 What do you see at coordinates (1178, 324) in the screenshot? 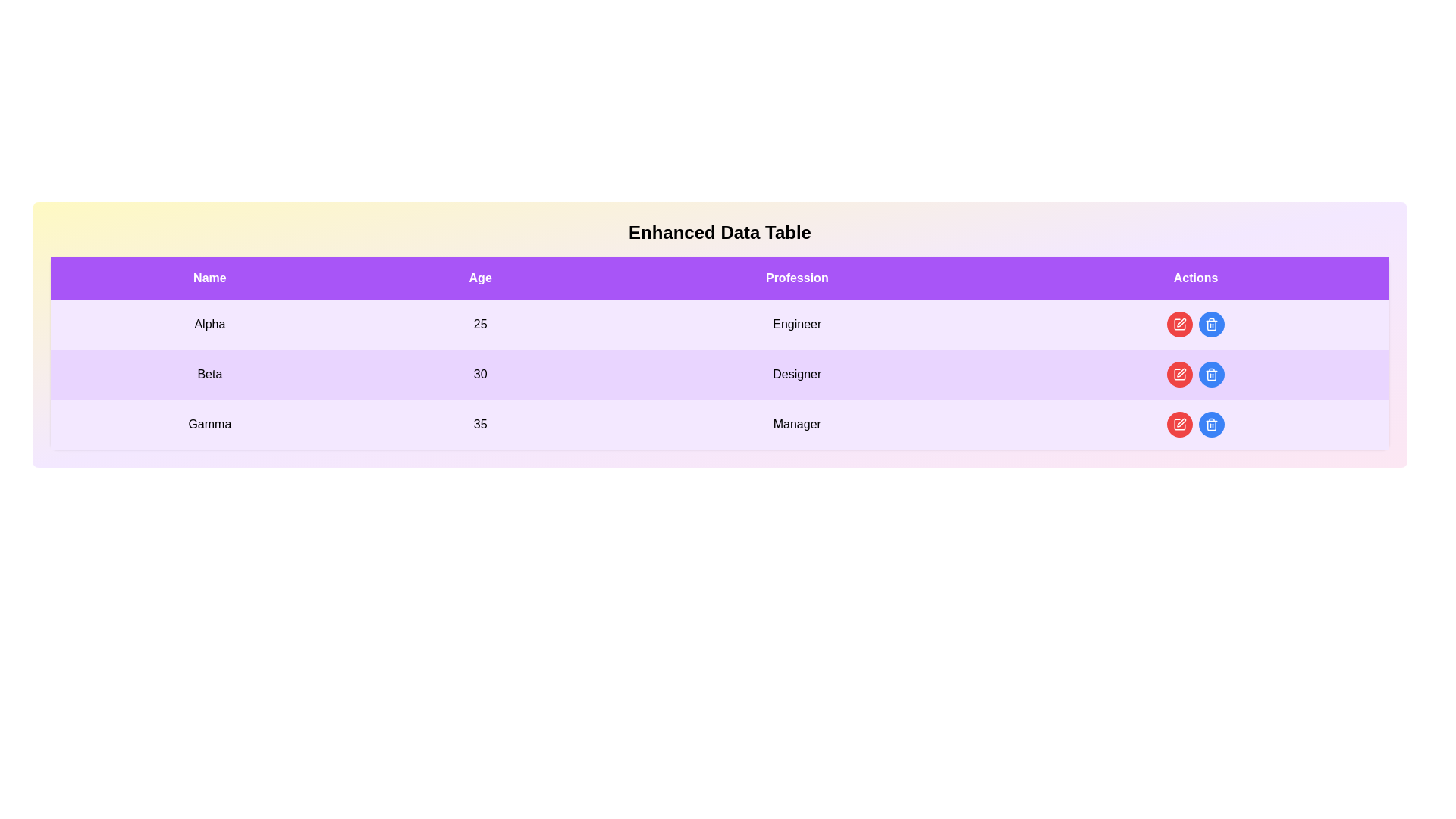
I see `edit button for the entry with name Alpha` at bounding box center [1178, 324].